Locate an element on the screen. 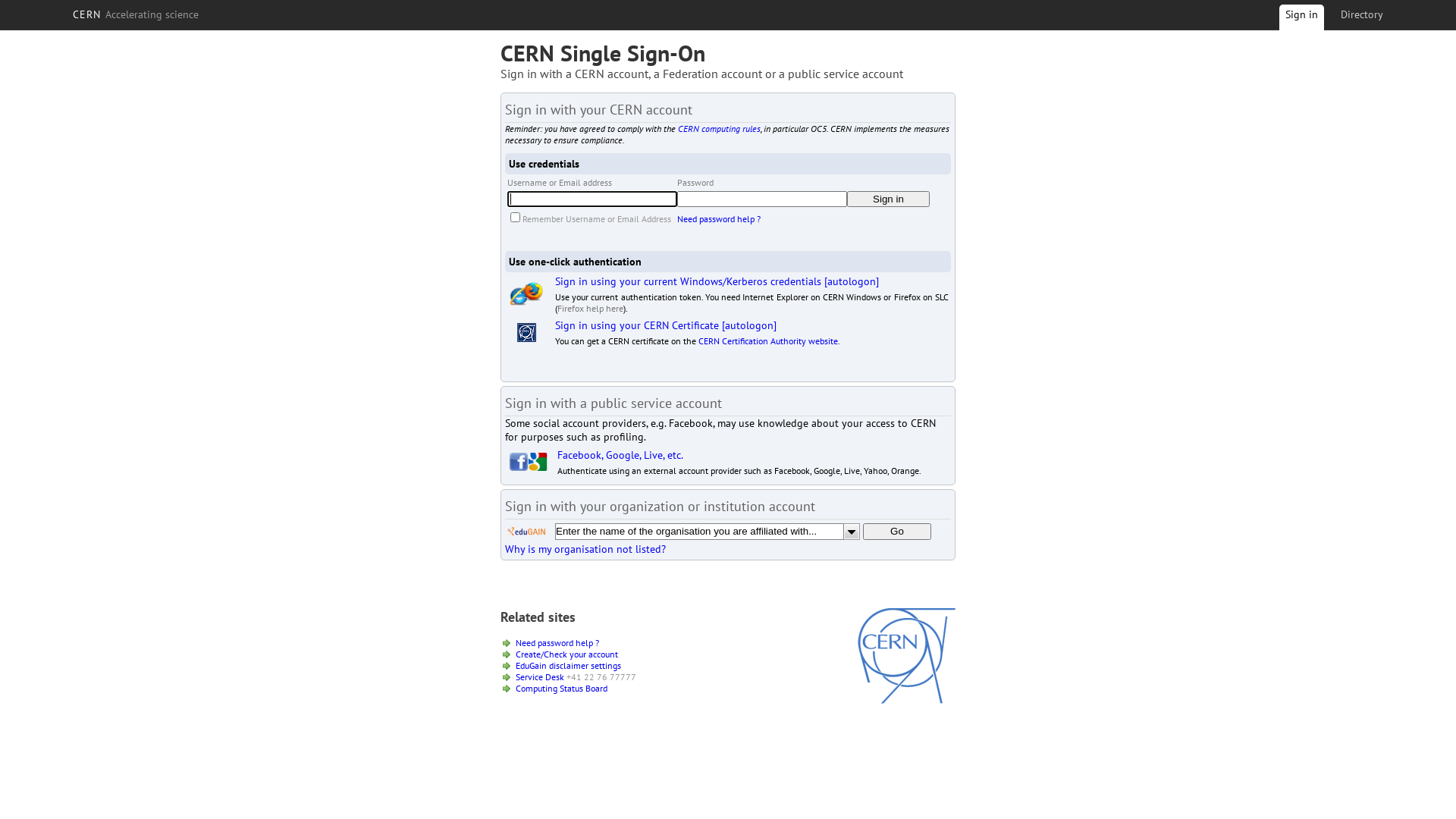  'Facebook, Google, Live, etc.' is located at coordinates (620, 454).